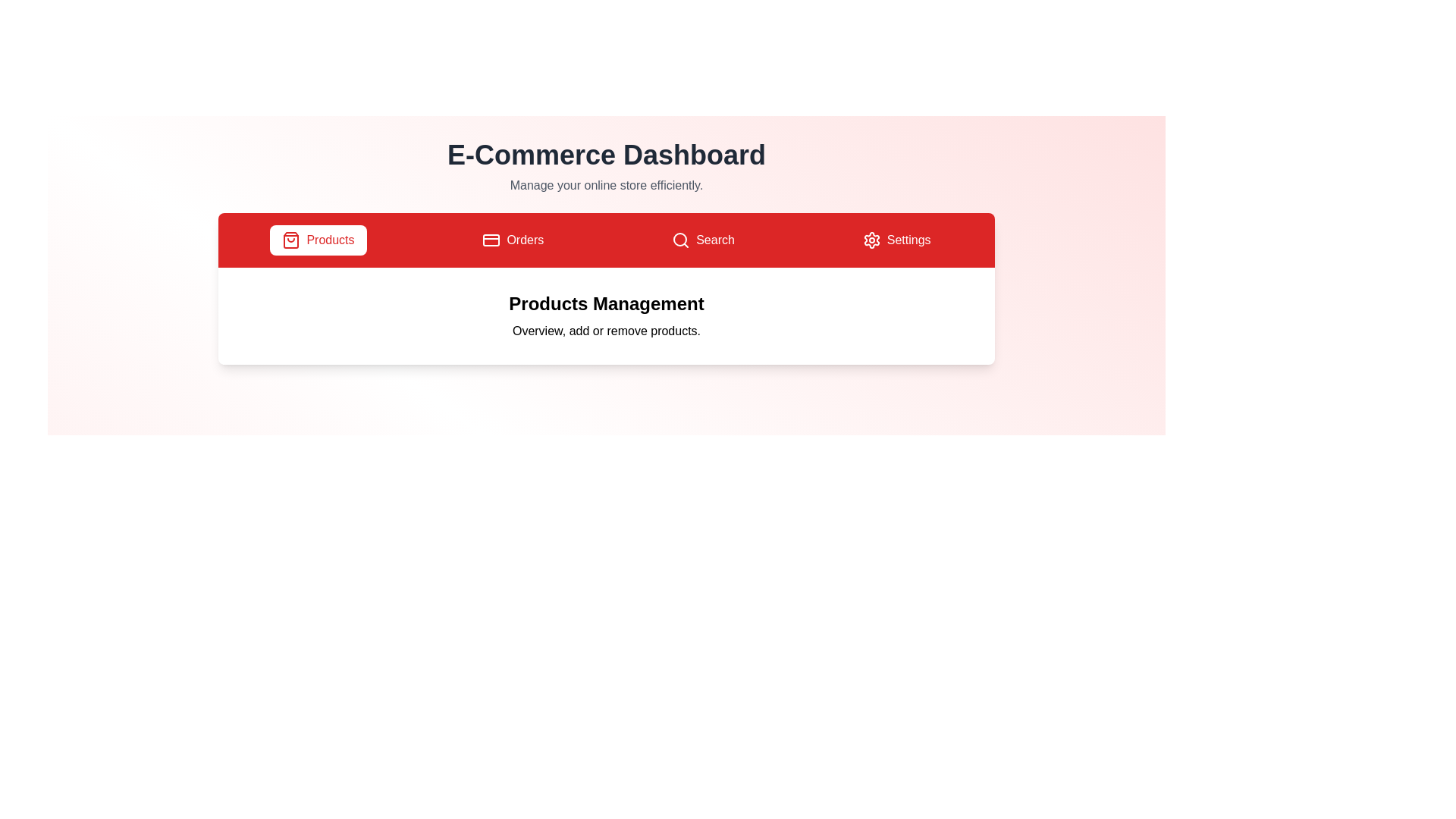  I want to click on the title and description element for the 'Products Management' section, which provides functionality for adding or removing products, so click(607, 315).